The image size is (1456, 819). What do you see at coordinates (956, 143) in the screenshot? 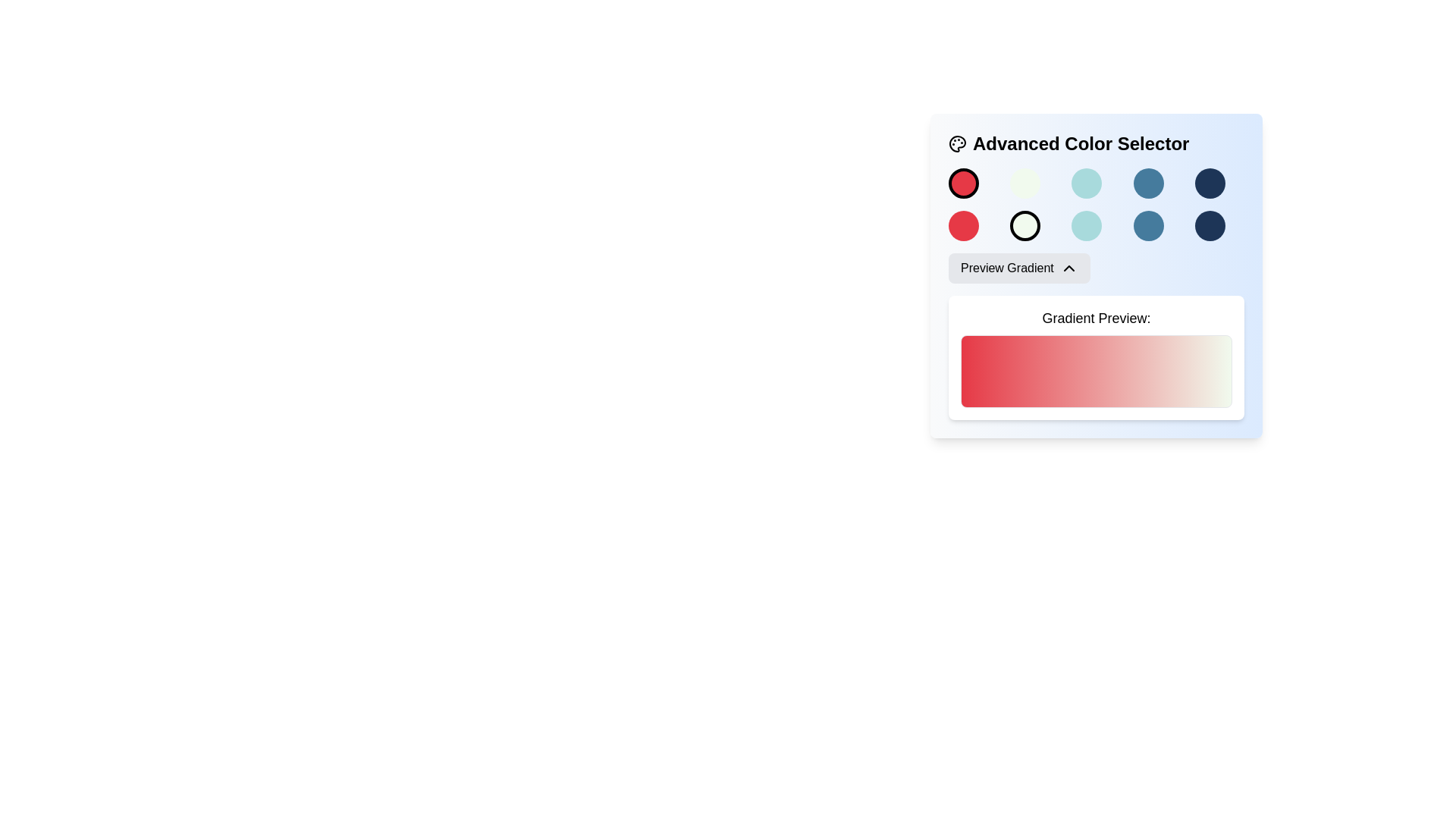
I see `the identifying icon for the 'Advanced Color Selector' section, positioned at the far left of the section, adjacent to the label` at bounding box center [956, 143].